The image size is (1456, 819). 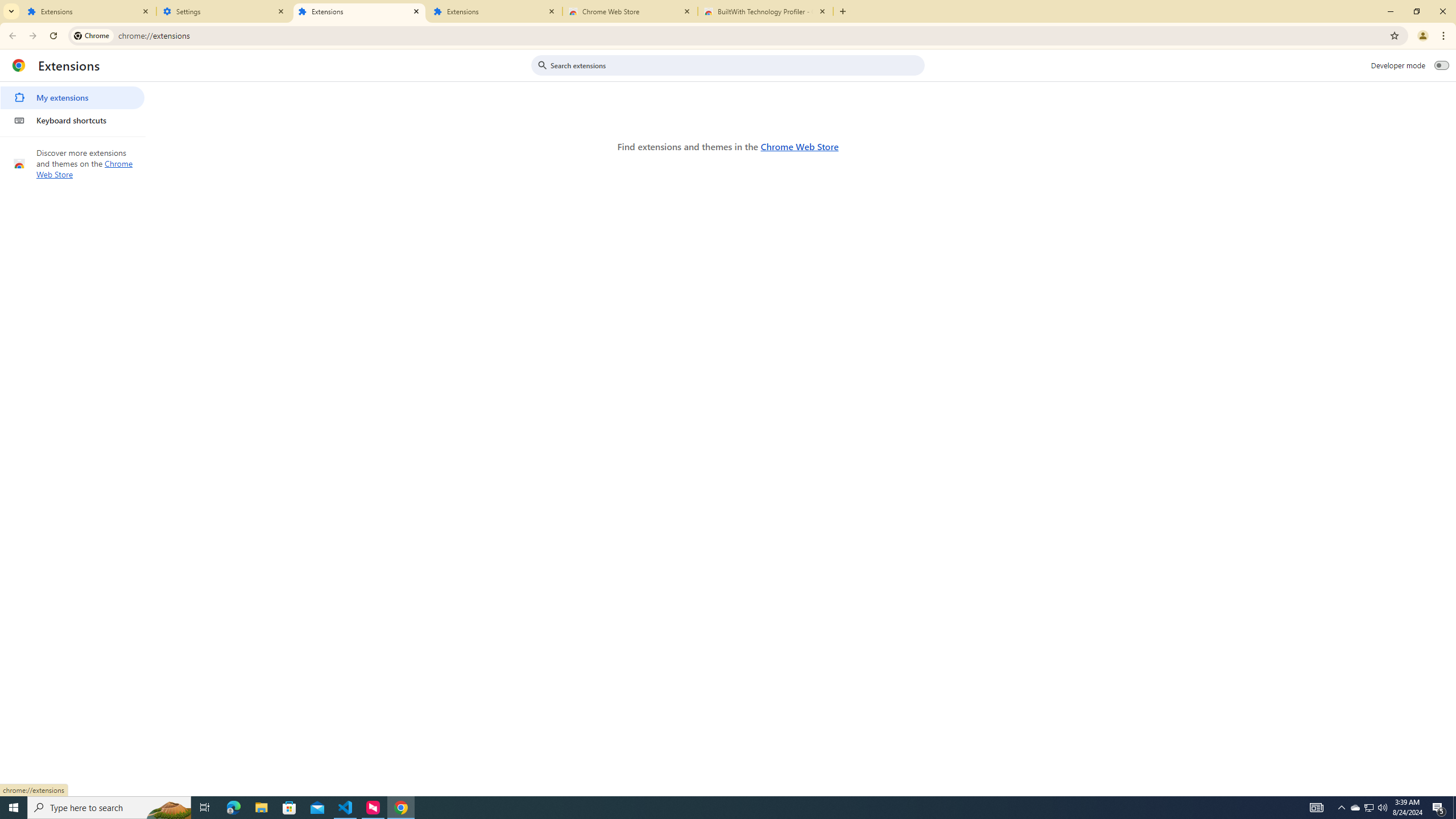 I want to click on 'Extensions', so click(x=359, y=11).